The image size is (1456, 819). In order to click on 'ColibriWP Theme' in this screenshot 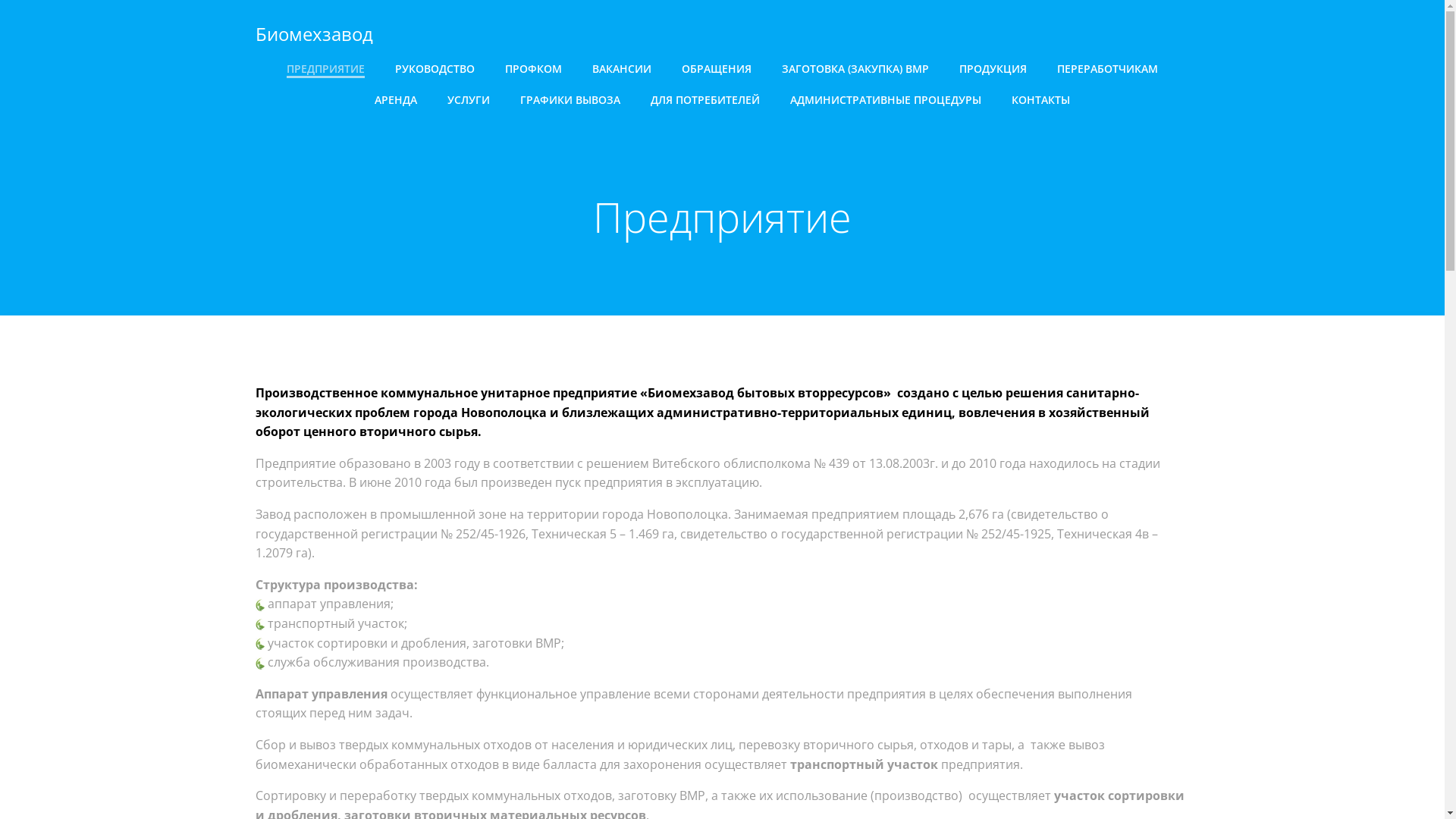, I will do `click(884, 773)`.